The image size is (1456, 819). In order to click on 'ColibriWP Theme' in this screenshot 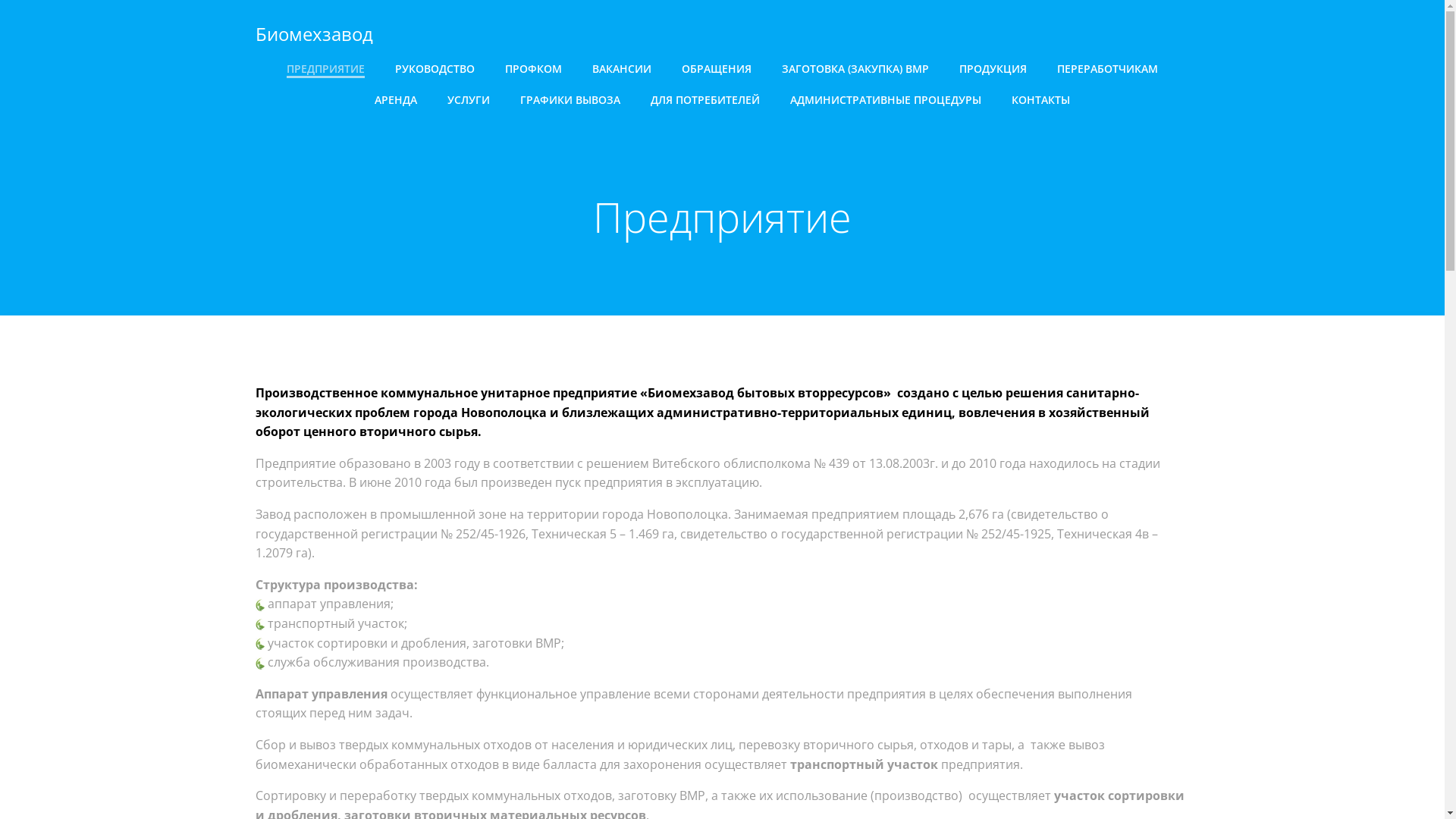, I will do `click(884, 773)`.